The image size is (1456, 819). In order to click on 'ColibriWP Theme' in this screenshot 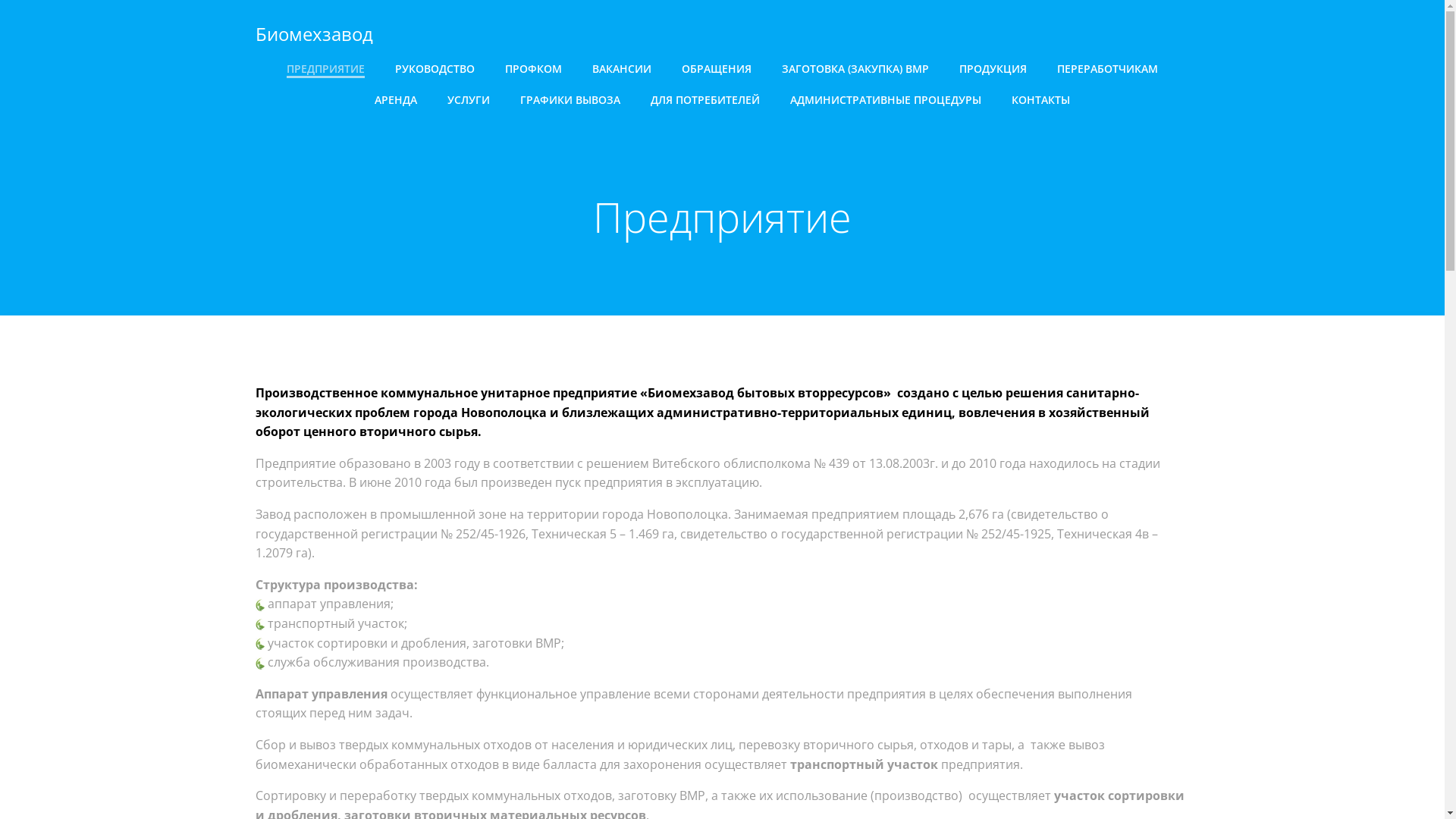, I will do `click(884, 773)`.